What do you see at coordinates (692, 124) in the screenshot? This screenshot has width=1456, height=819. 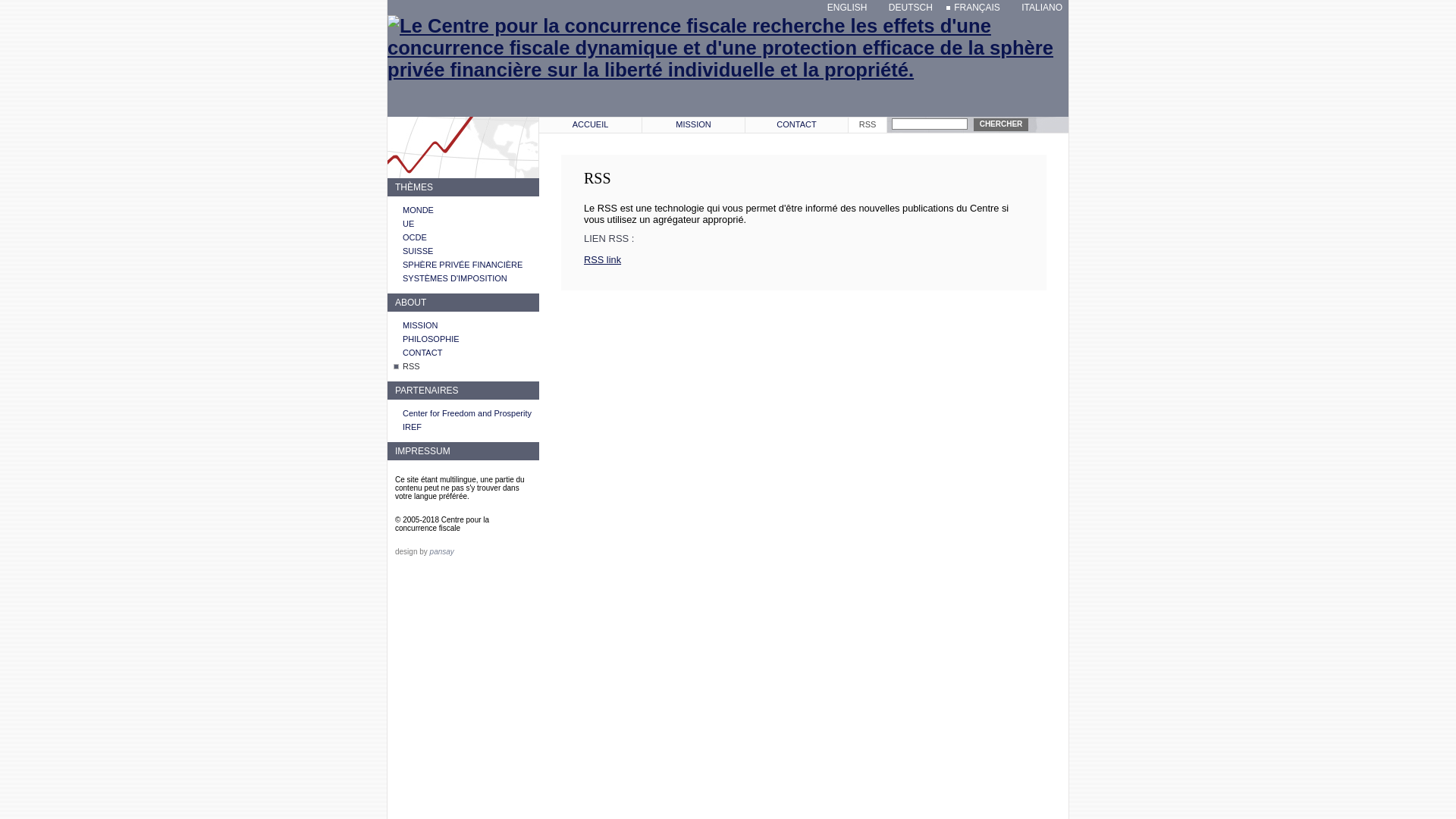 I see `'MISSION'` at bounding box center [692, 124].